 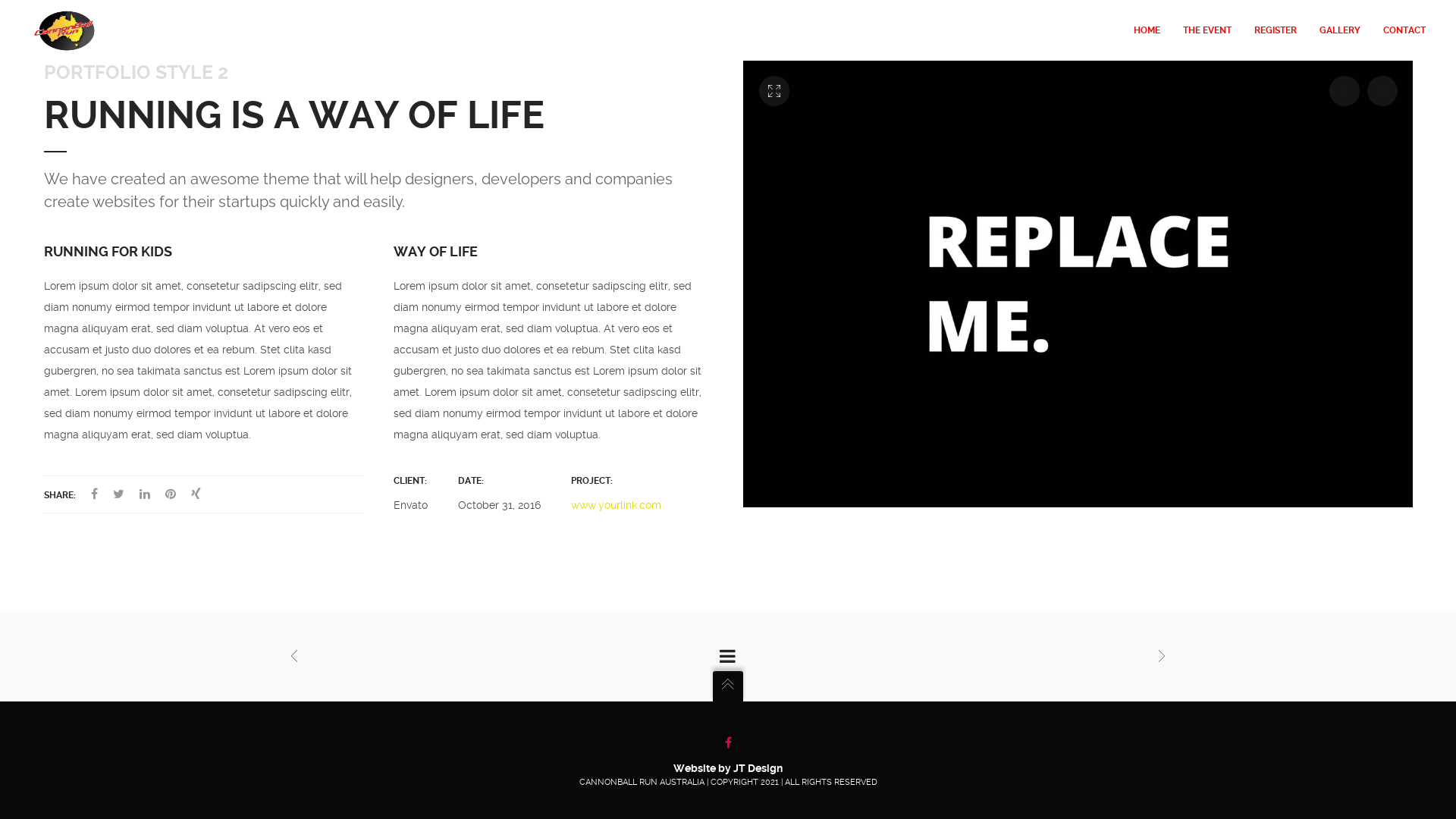 What do you see at coordinates (1398, 30) in the screenshot?
I see `'CONTACT'` at bounding box center [1398, 30].